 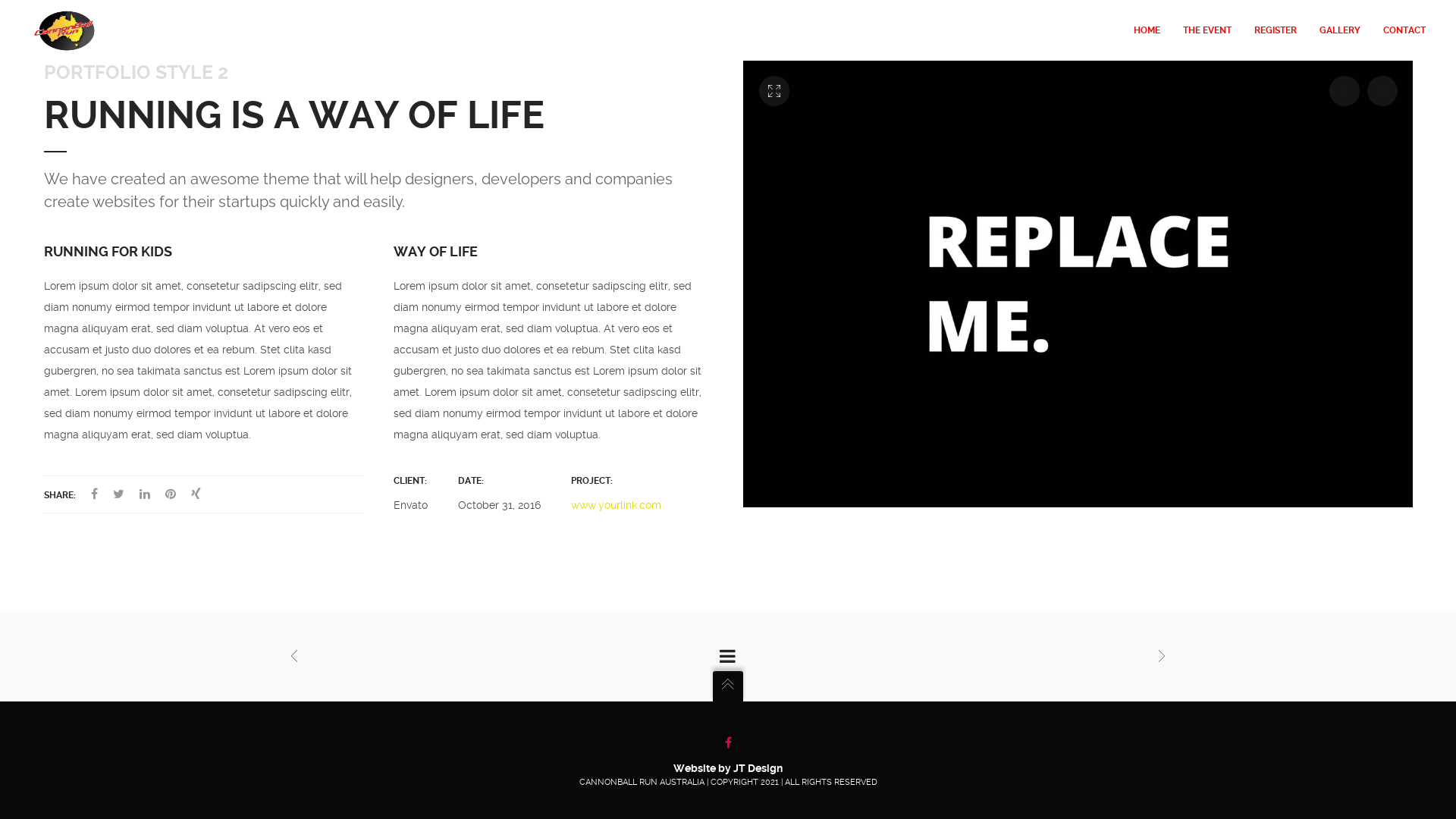 What do you see at coordinates (1398, 30) in the screenshot?
I see `'CONTACT'` at bounding box center [1398, 30].